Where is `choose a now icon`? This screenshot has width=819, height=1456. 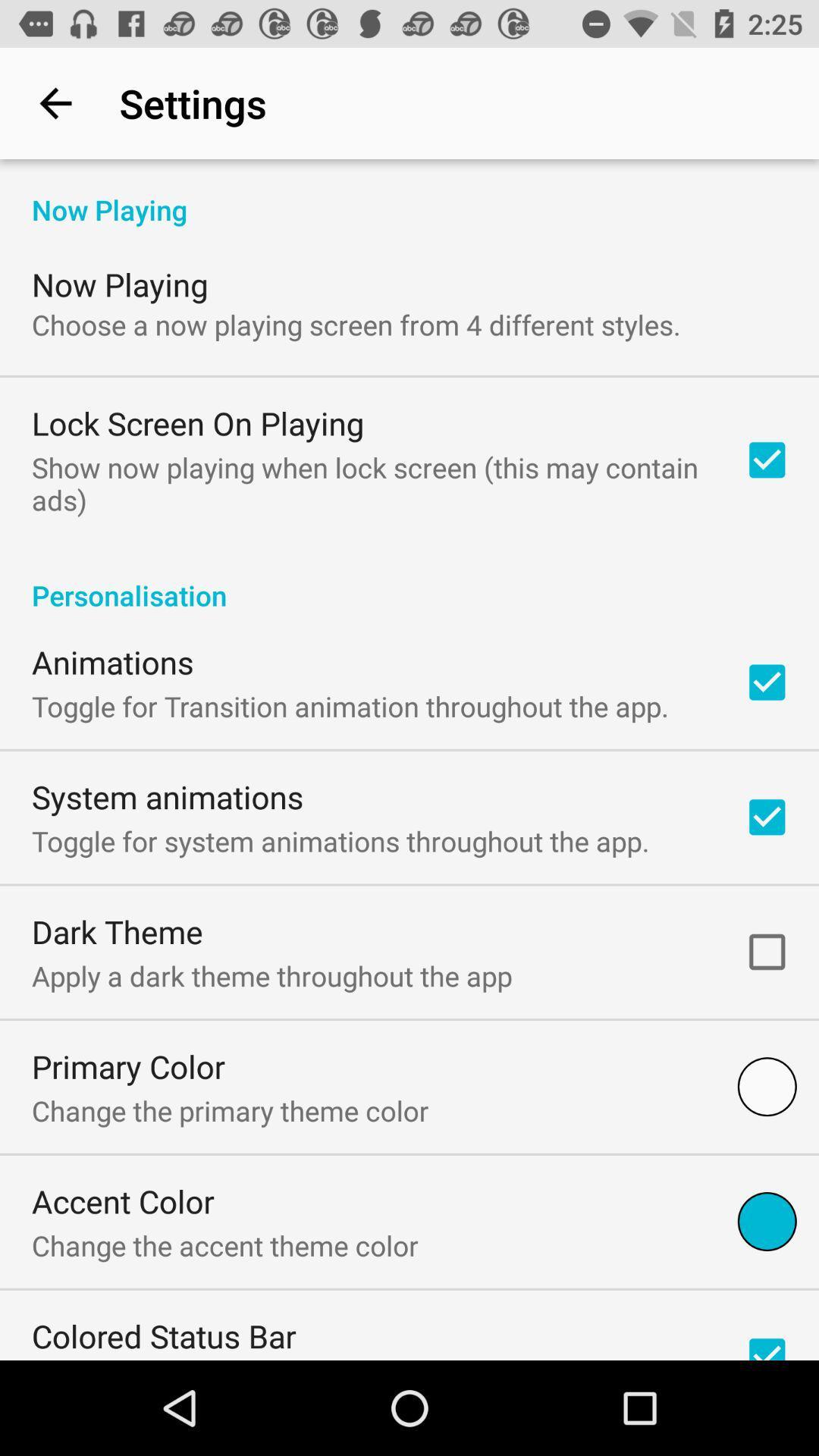
choose a now icon is located at coordinates (356, 324).